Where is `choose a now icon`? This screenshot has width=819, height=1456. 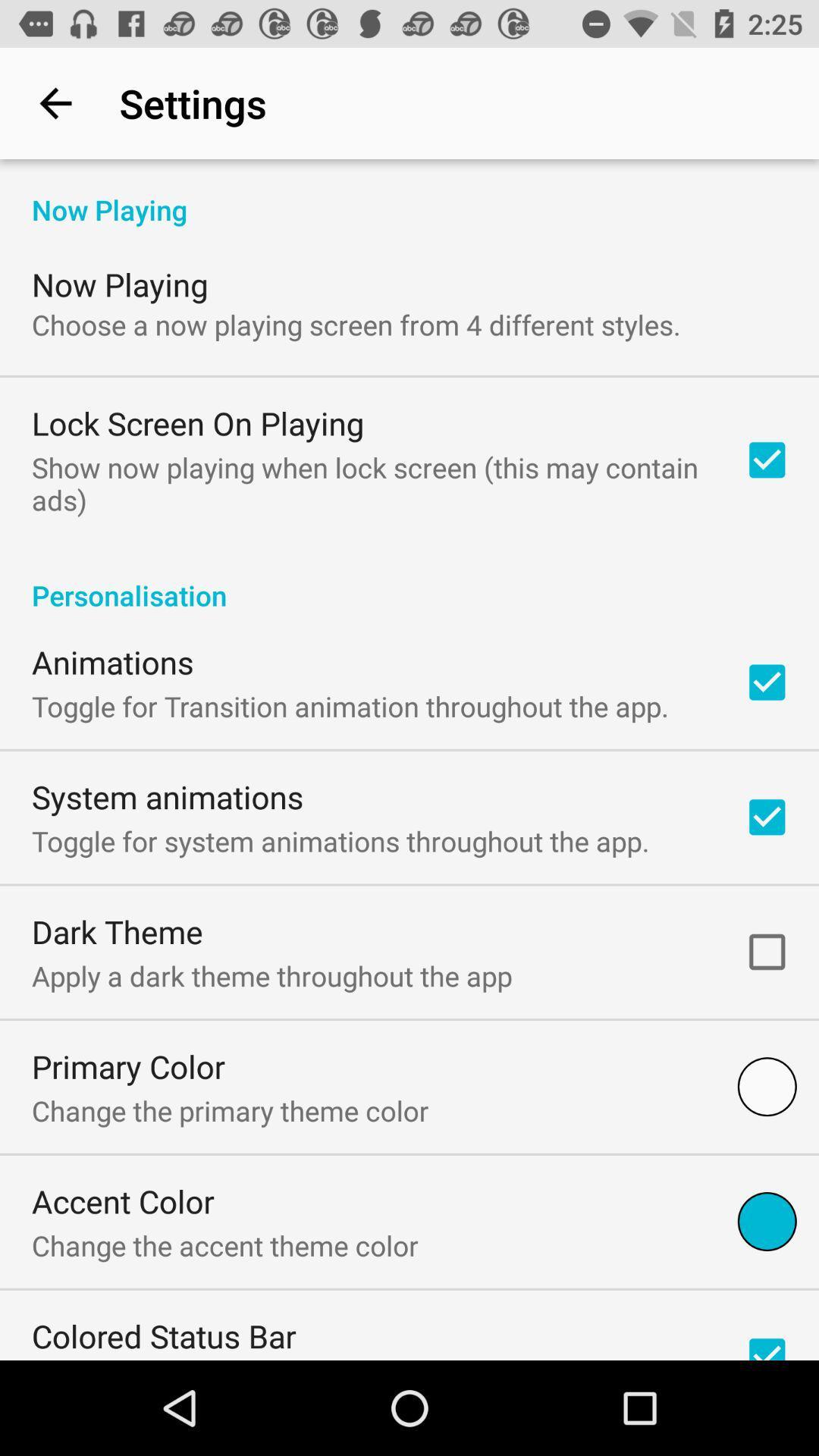
choose a now icon is located at coordinates (356, 324).